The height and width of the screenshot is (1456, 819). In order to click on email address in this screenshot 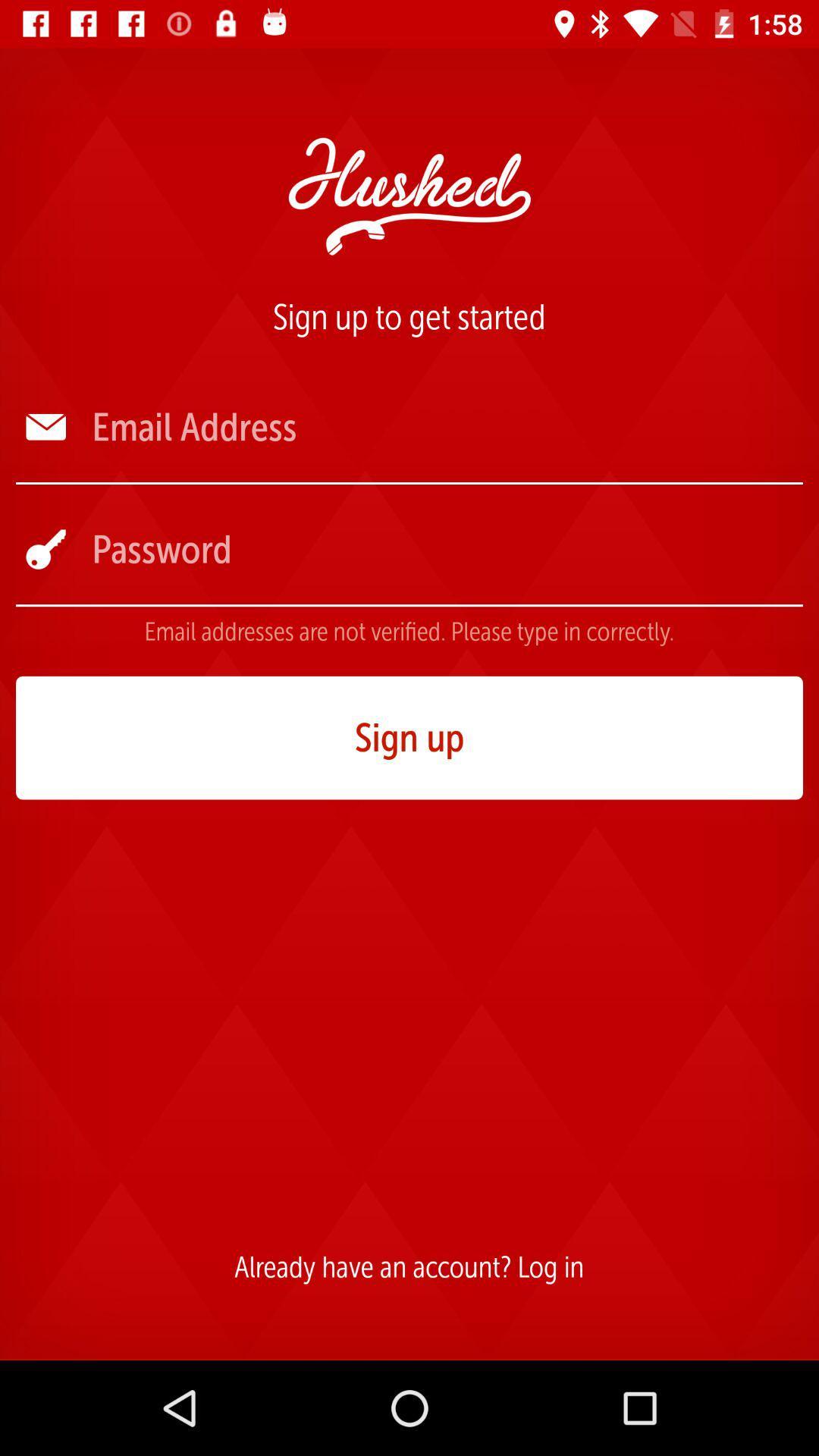, I will do `click(445, 426)`.